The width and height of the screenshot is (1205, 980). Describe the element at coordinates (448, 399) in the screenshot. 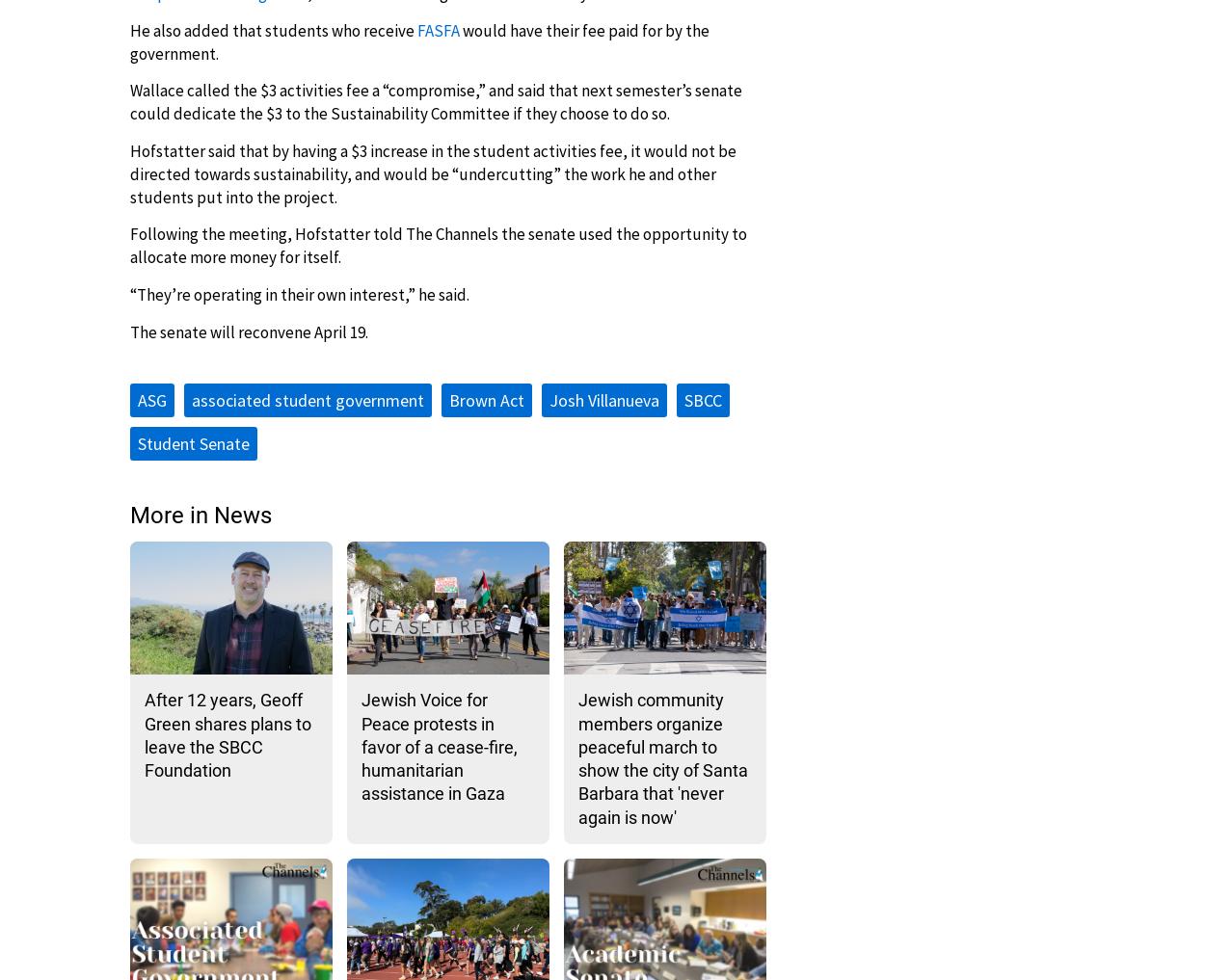

I see `'Brown Act'` at that location.